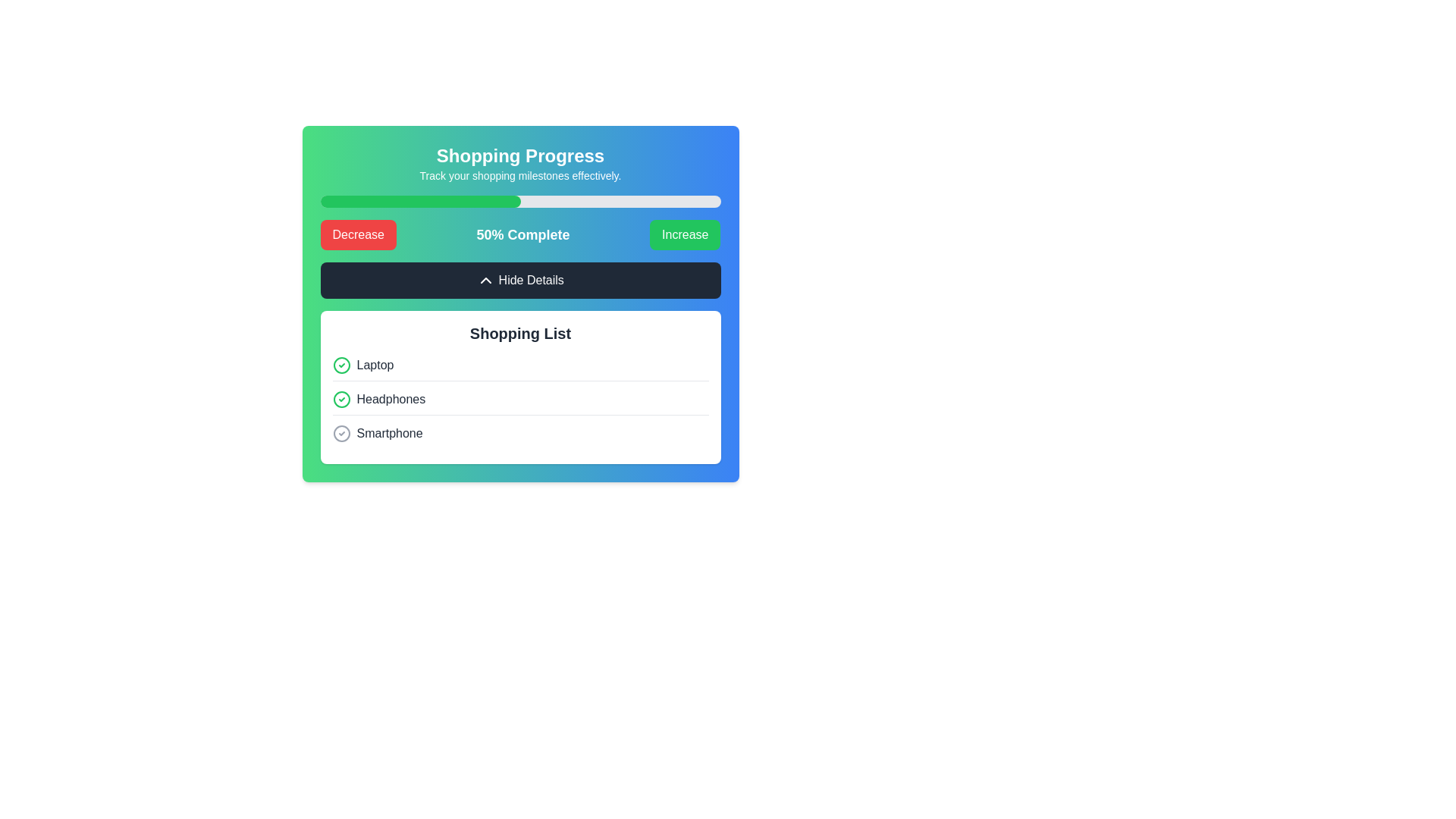 The height and width of the screenshot is (819, 1456). I want to click on the third text label in the vertically stacked 'Shopping List', so click(389, 433).